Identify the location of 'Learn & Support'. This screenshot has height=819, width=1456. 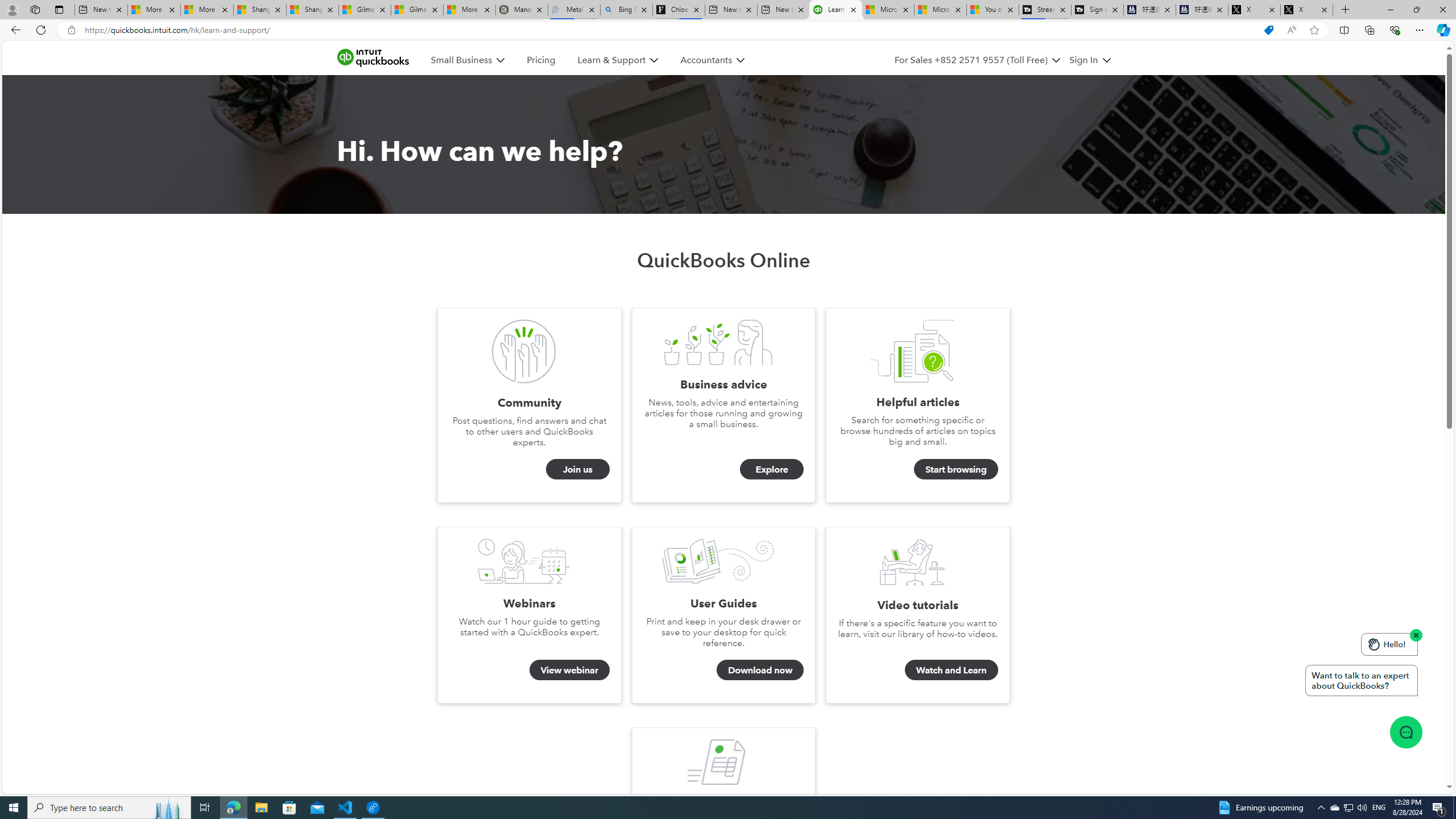
(611, 60).